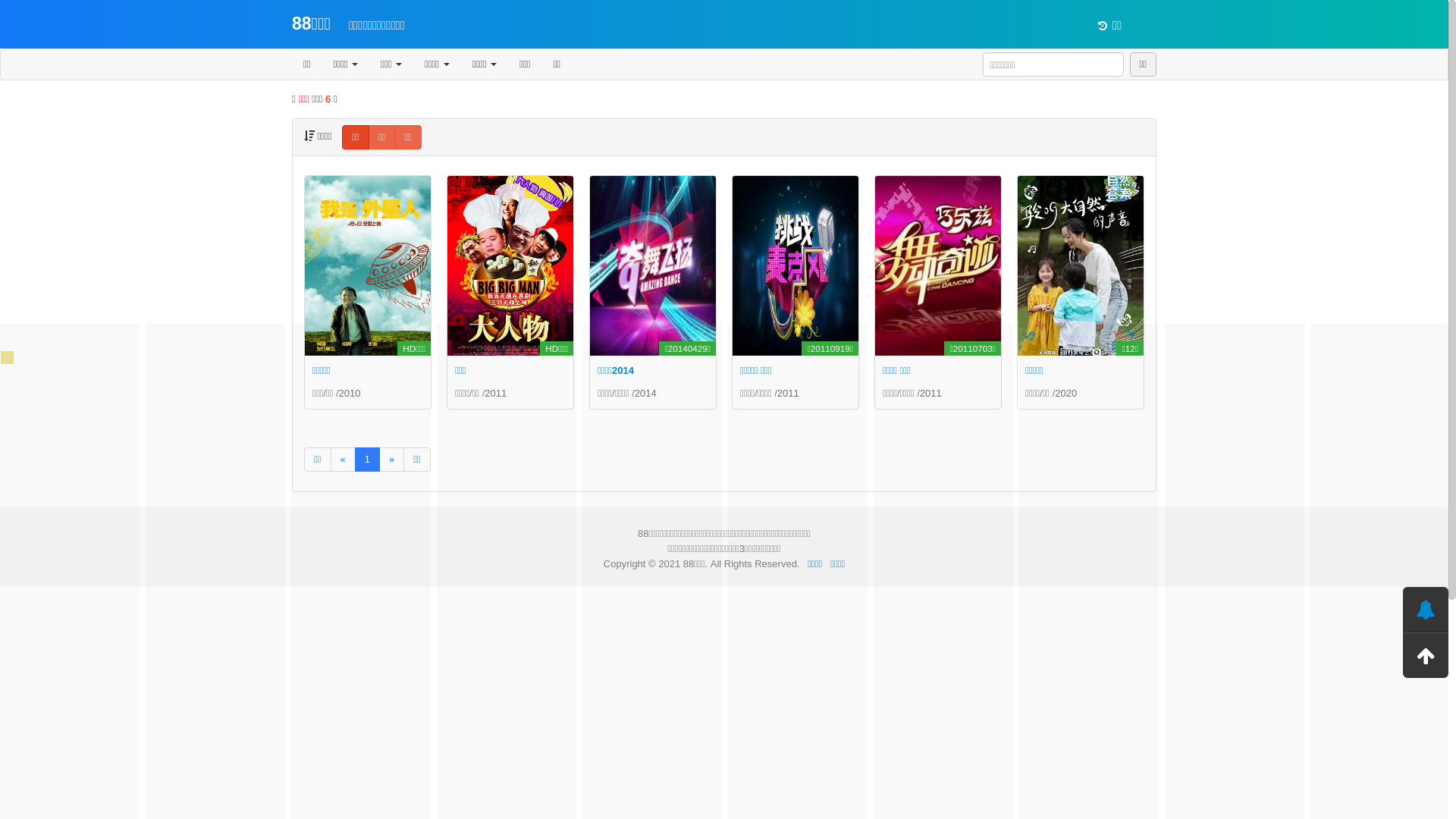 The image size is (1456, 819). I want to click on '2020', so click(1054, 392).